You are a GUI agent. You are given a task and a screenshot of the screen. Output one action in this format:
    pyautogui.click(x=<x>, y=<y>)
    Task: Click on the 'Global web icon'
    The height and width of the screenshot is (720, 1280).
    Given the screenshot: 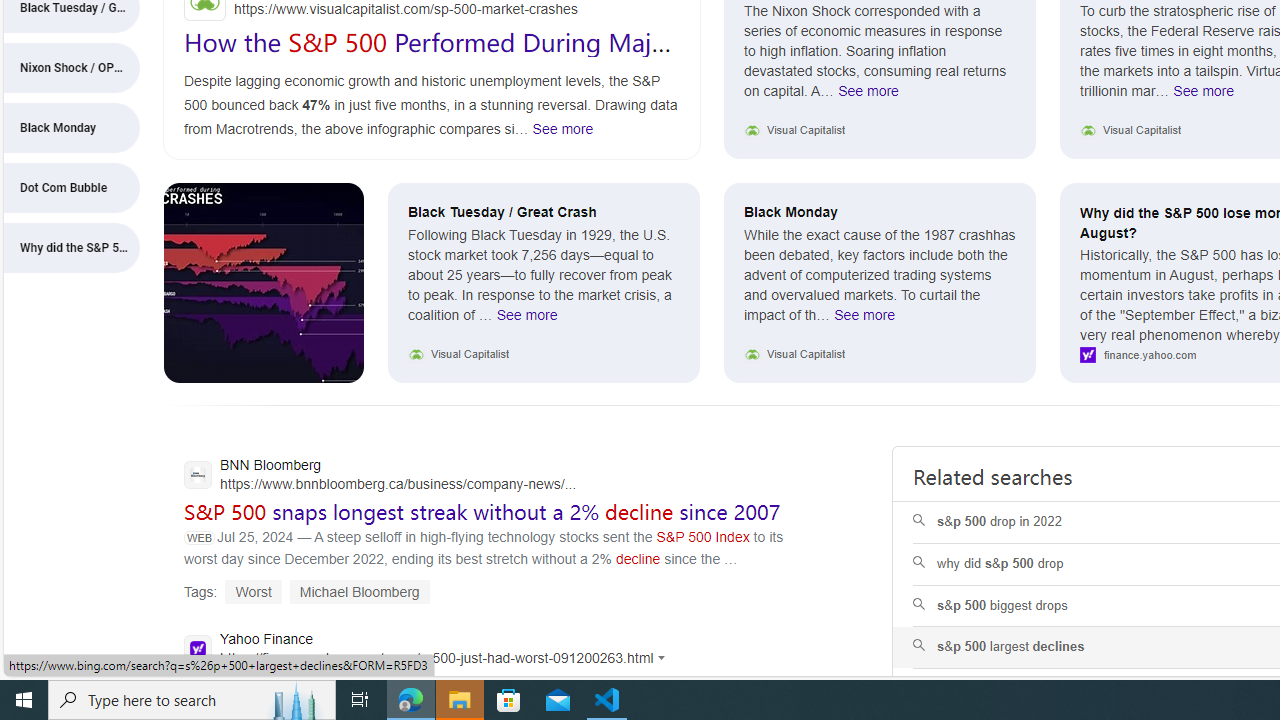 What is the action you would take?
    pyautogui.click(x=197, y=648)
    